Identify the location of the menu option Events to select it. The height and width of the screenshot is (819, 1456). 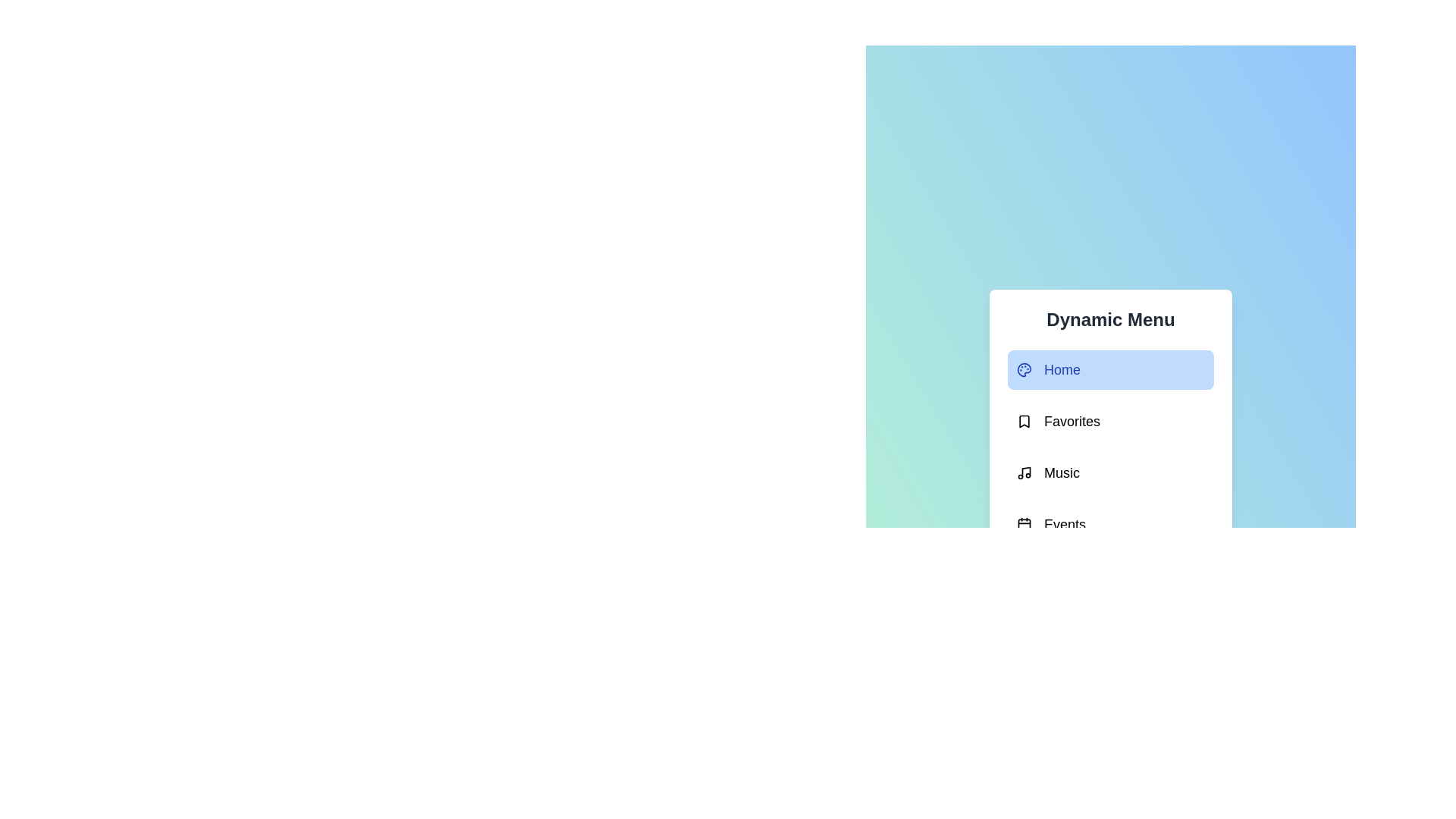
(1110, 523).